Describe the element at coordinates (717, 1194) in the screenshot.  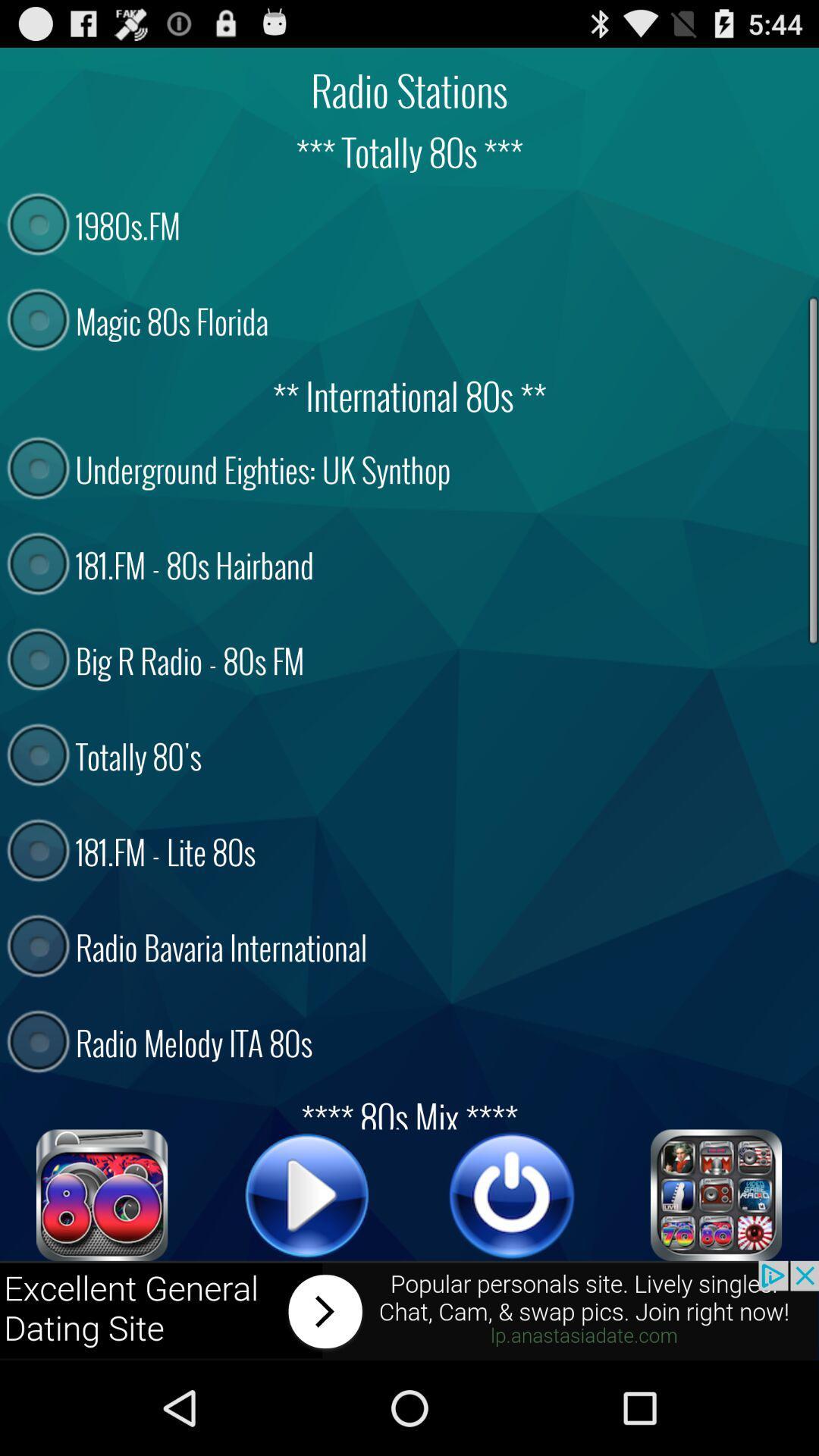
I see `menu` at that location.